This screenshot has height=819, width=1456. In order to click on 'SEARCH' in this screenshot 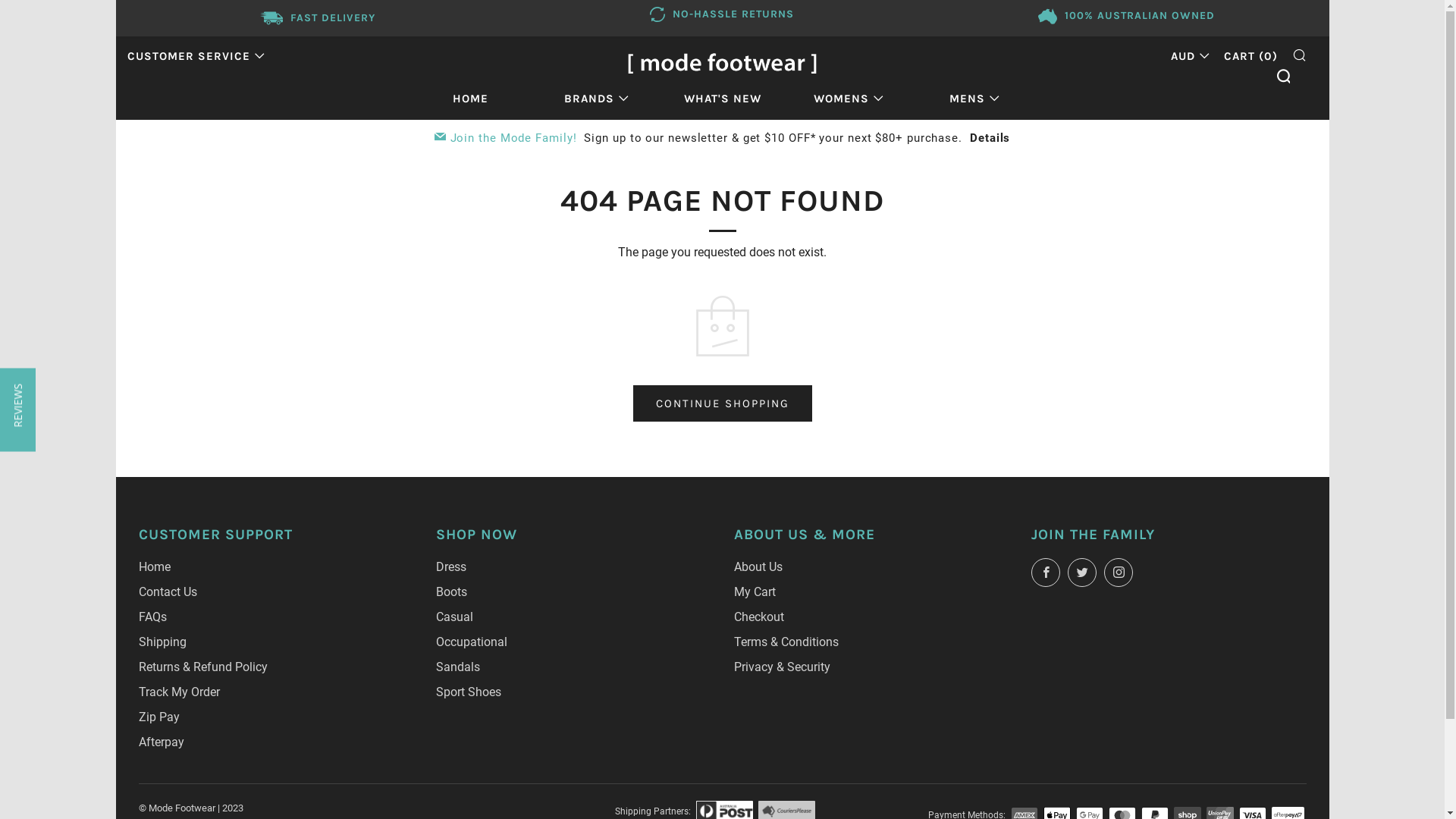, I will do `click(1298, 54)`.